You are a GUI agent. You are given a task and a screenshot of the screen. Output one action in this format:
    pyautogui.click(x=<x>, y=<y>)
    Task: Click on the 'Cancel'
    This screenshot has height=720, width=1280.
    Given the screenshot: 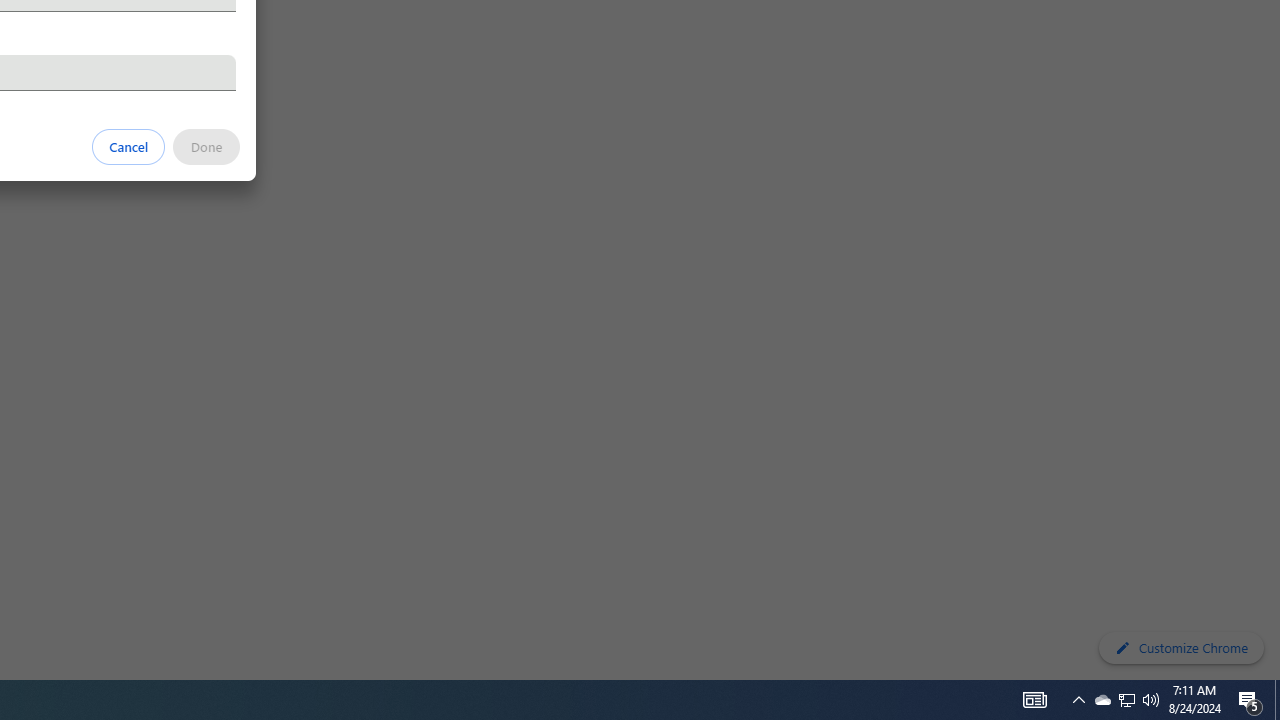 What is the action you would take?
    pyautogui.click(x=128, y=145)
    